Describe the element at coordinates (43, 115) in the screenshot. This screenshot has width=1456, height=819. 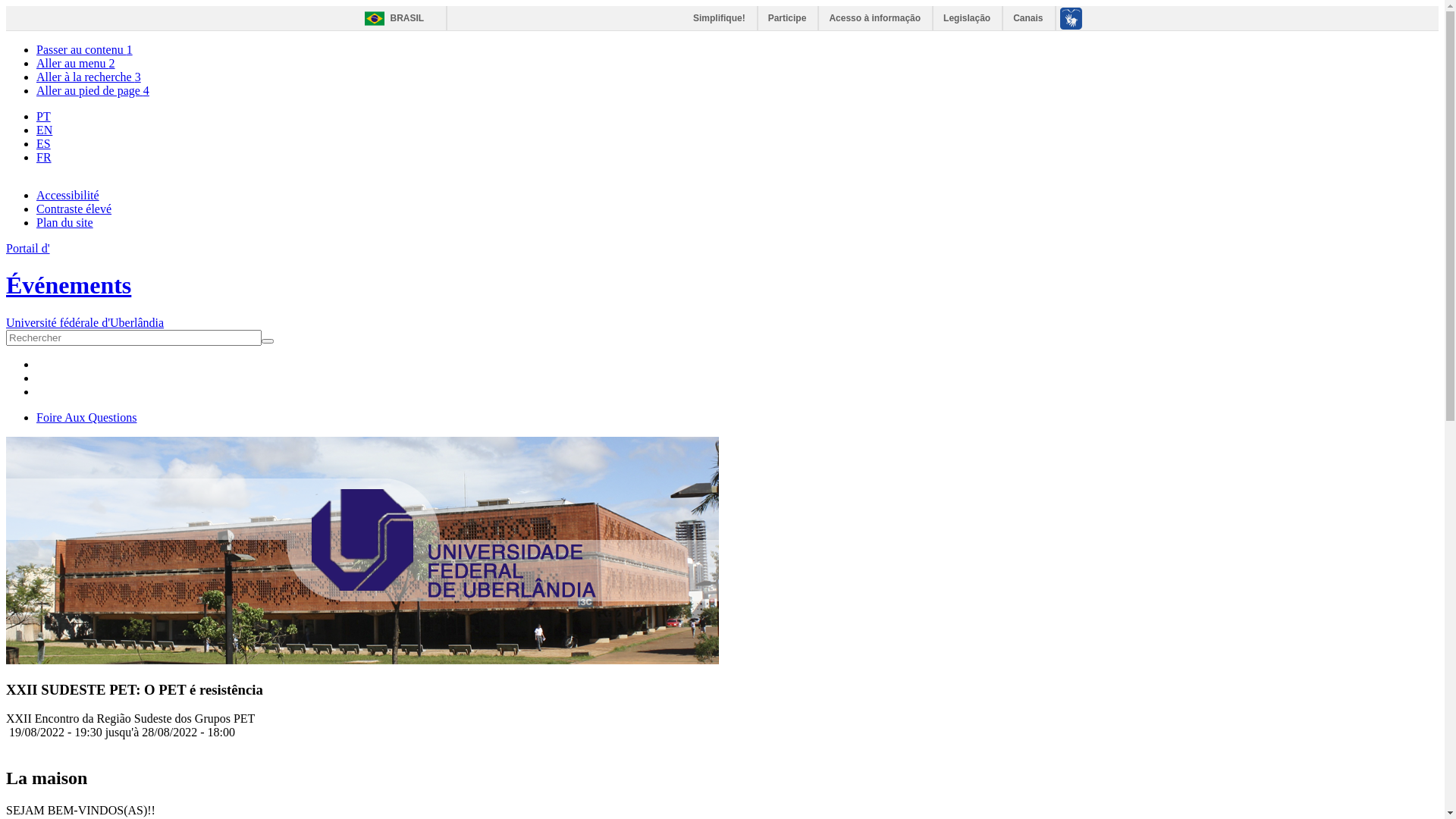
I see `'PT'` at that location.